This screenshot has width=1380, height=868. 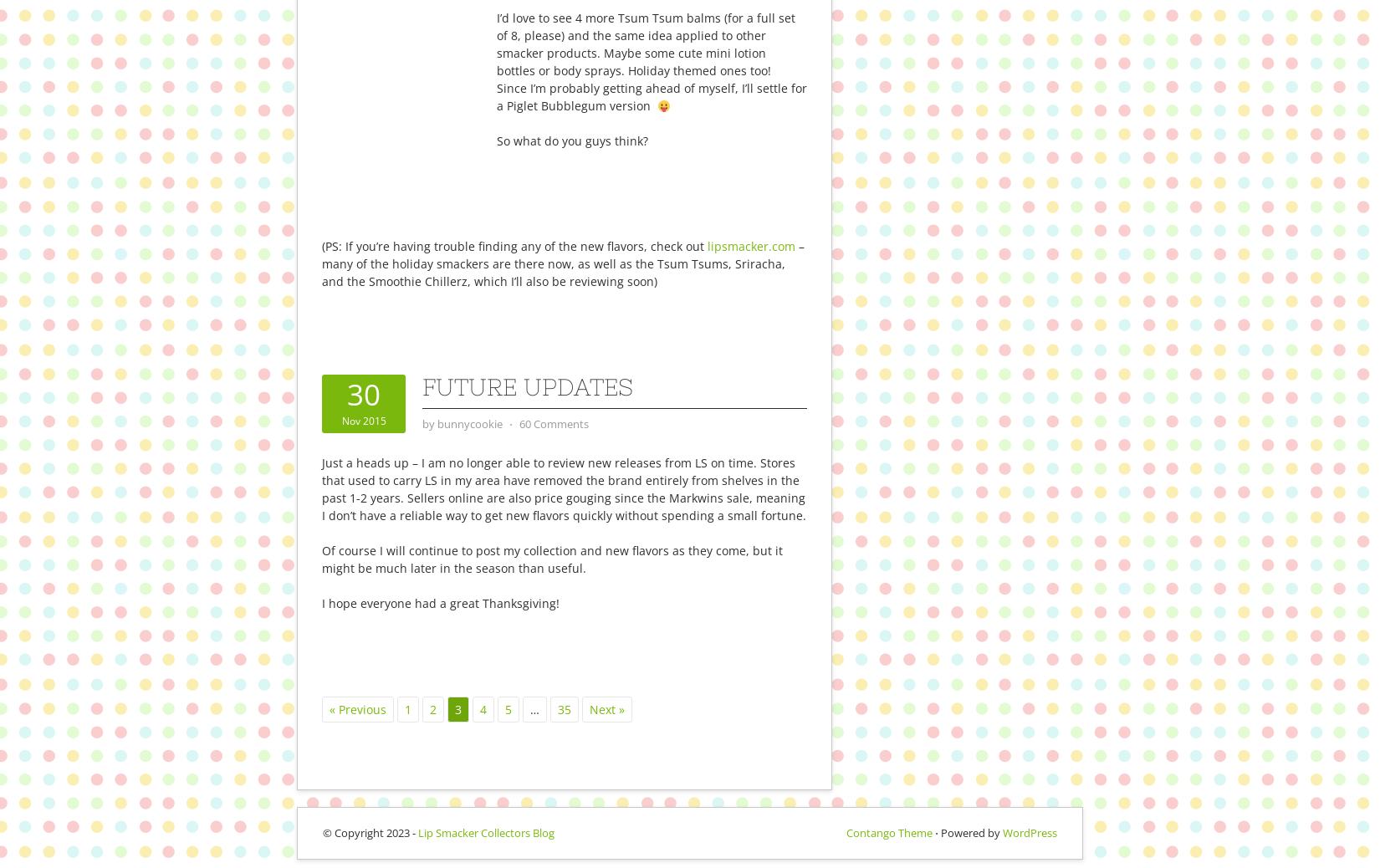 I want to click on 'bunnycookie', so click(x=437, y=423).